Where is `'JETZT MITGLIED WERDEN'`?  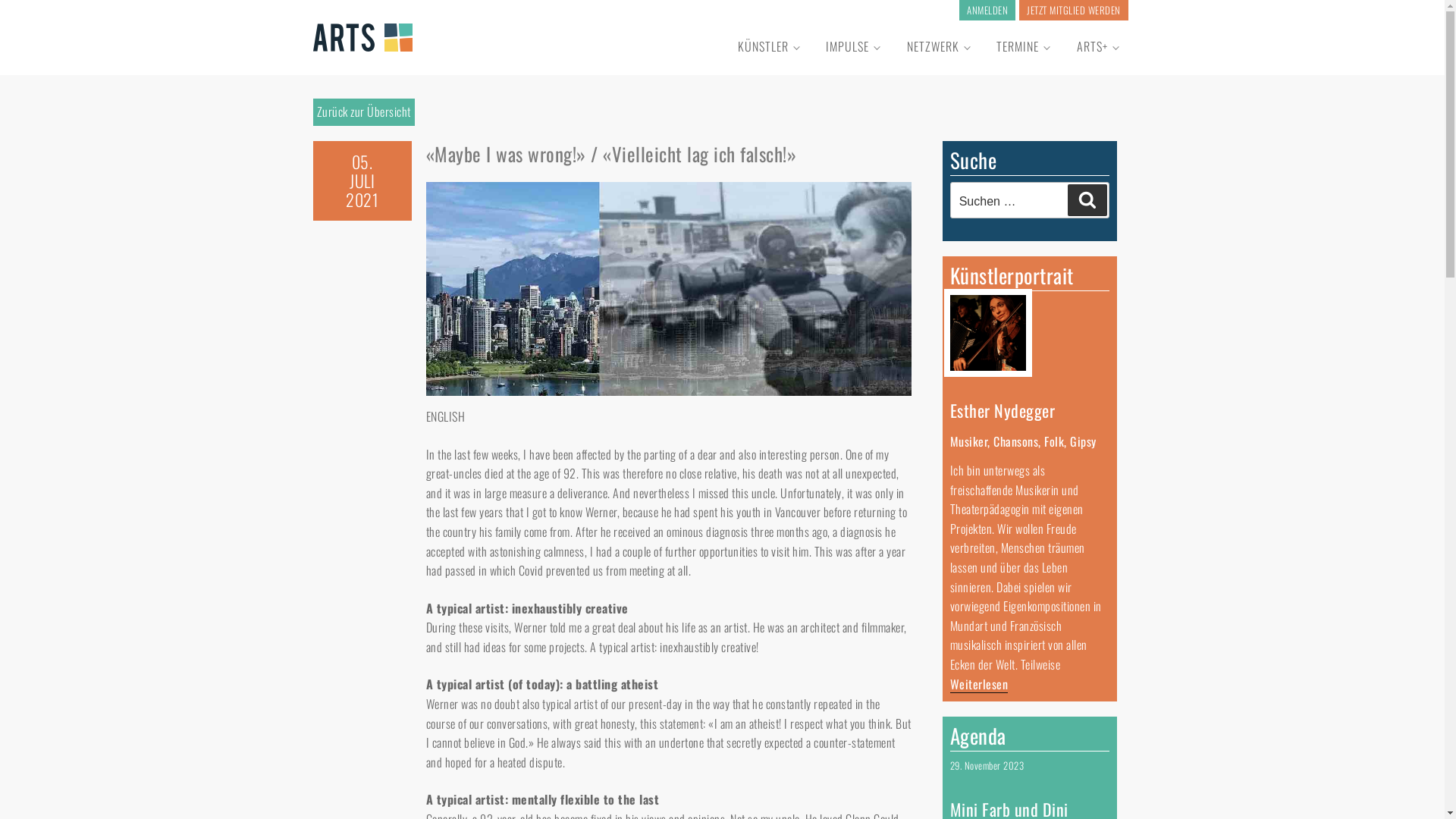
'JETZT MITGLIED WERDEN' is located at coordinates (1073, 10).